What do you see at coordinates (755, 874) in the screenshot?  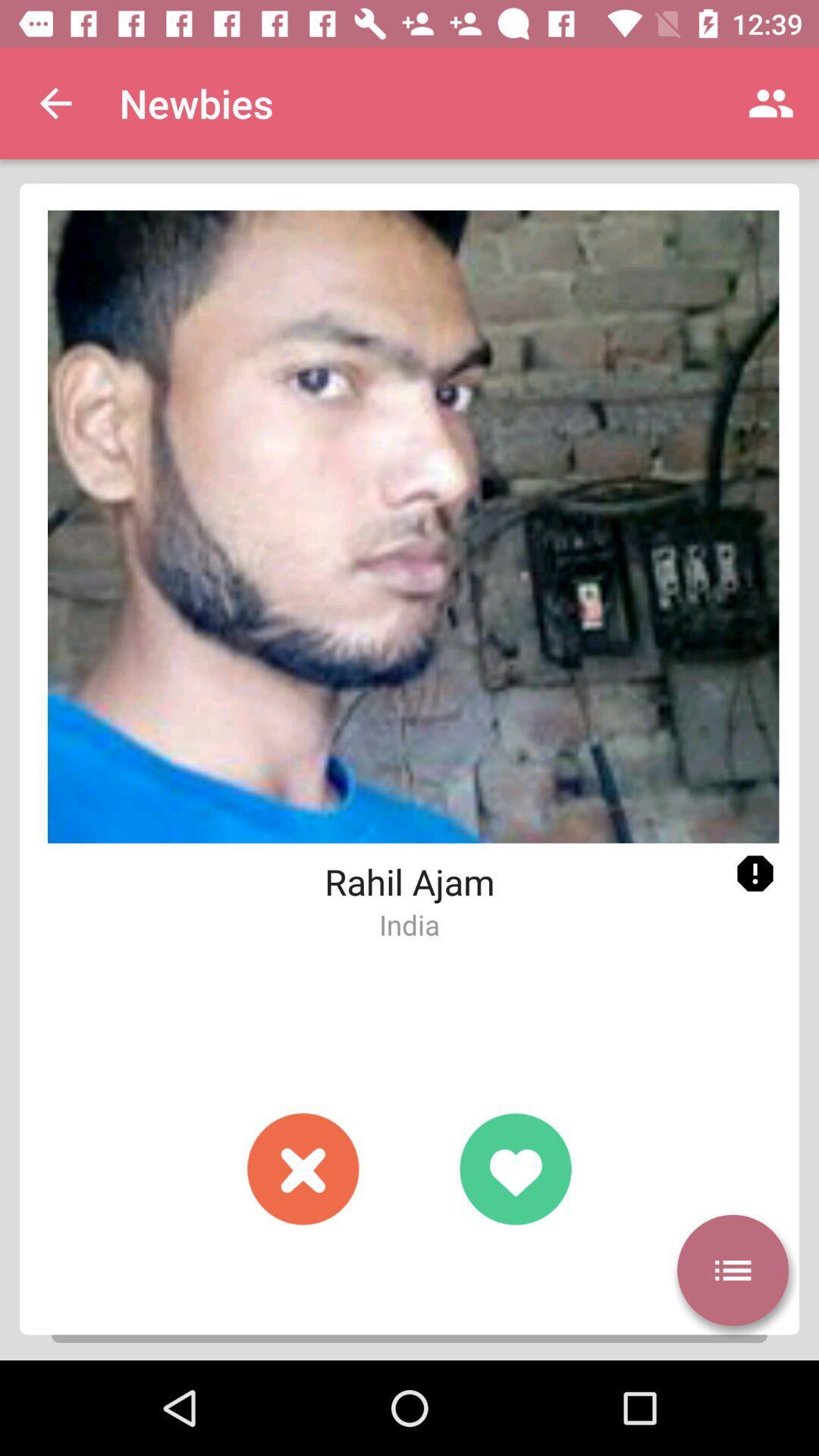 I see `report` at bounding box center [755, 874].